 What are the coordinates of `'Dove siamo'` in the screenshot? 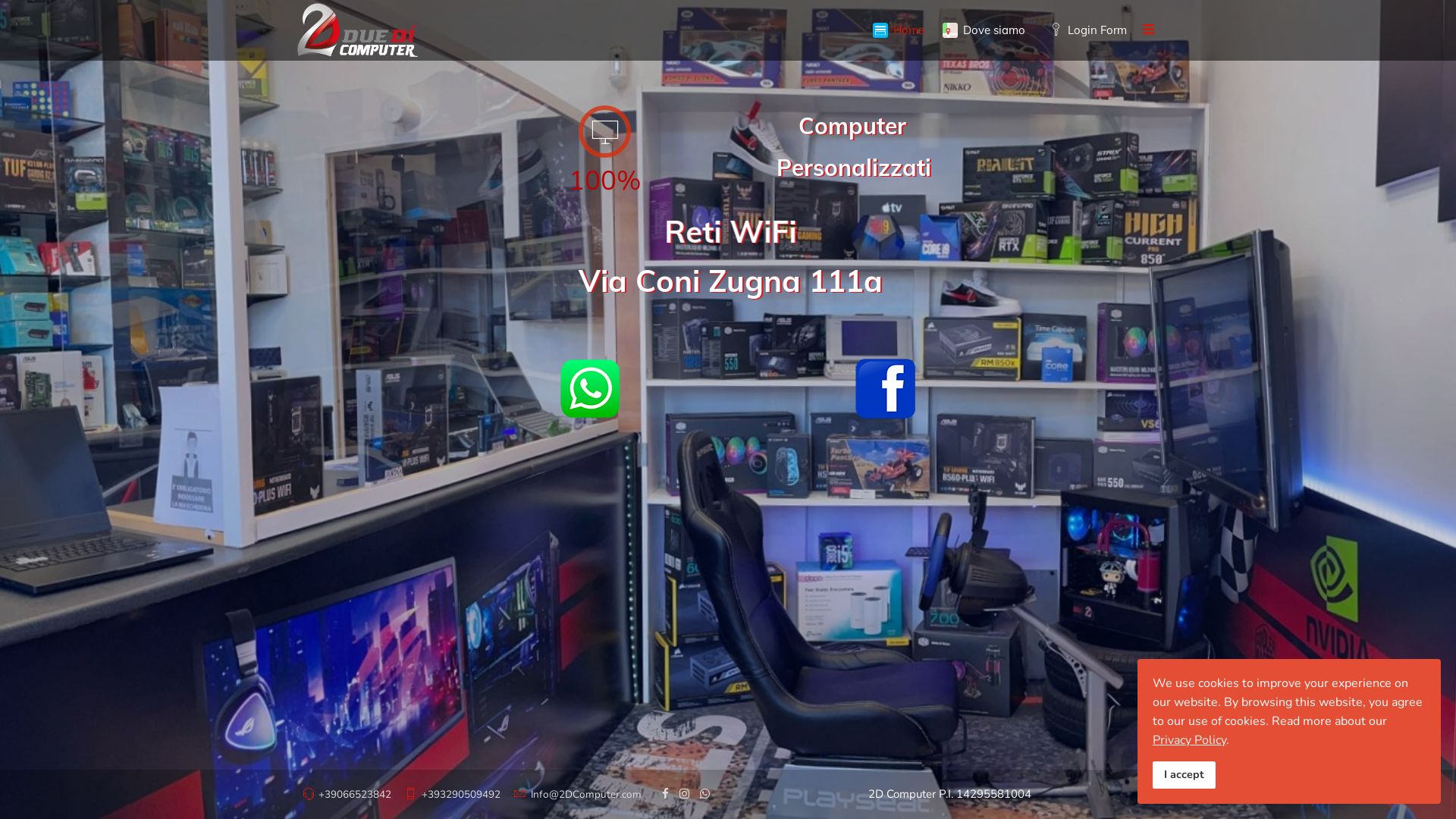 It's located at (932, 30).